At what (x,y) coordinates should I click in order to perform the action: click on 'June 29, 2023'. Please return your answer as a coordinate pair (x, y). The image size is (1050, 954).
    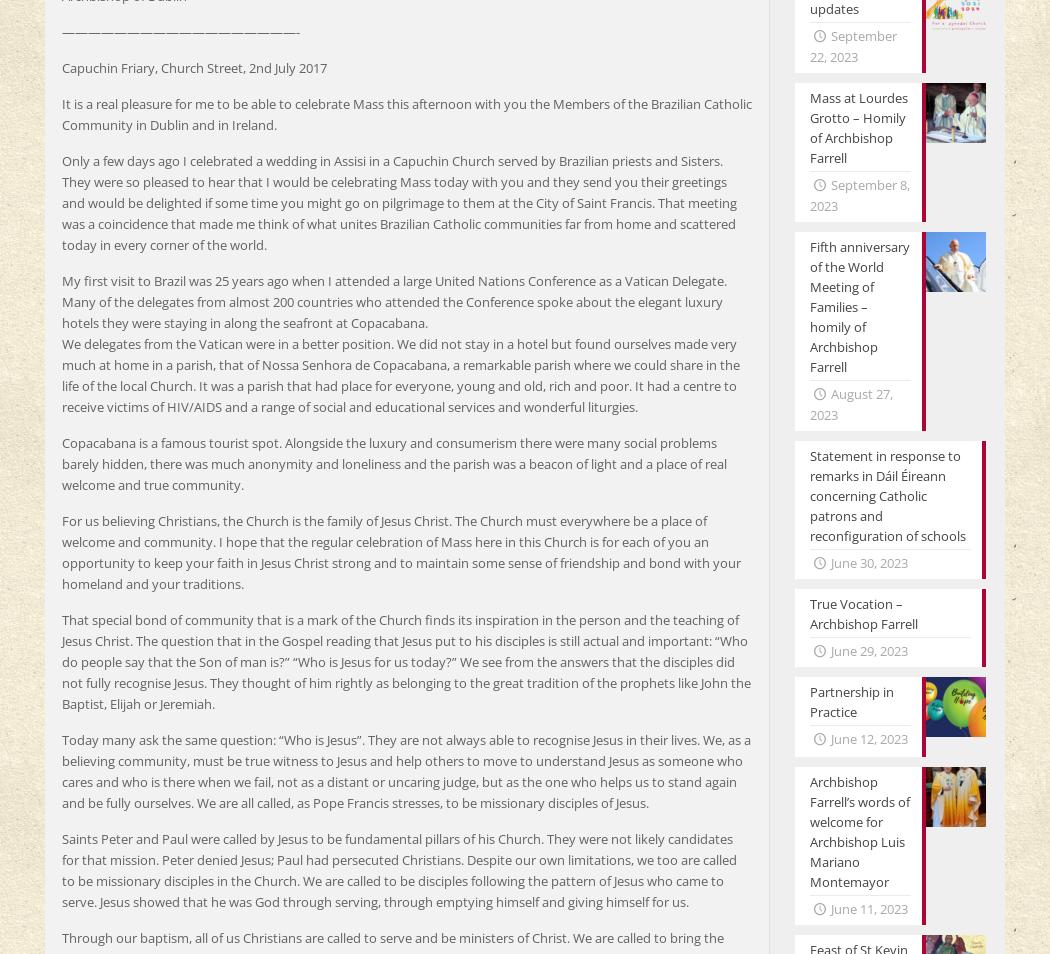
    Looking at the image, I should click on (867, 650).